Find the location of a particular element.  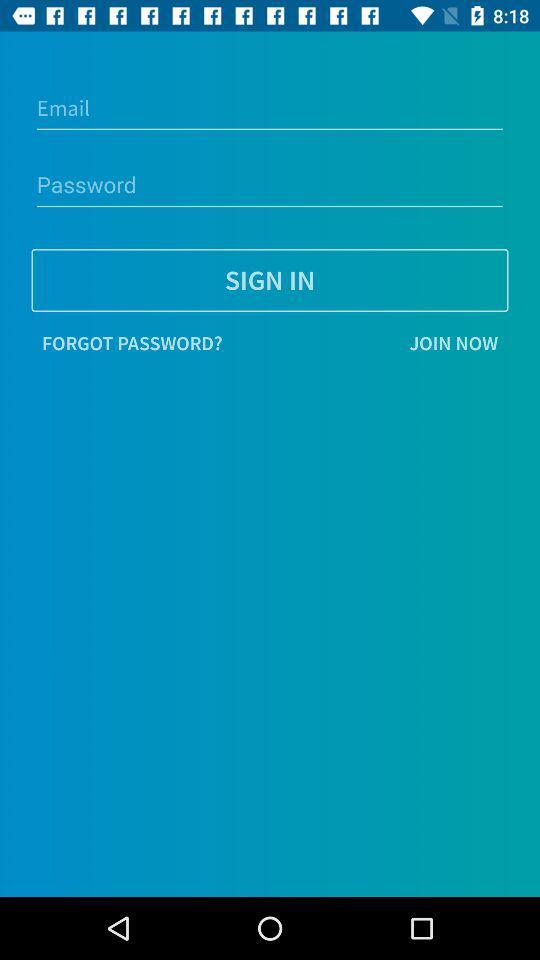

item next to the join now icon is located at coordinates (132, 343).